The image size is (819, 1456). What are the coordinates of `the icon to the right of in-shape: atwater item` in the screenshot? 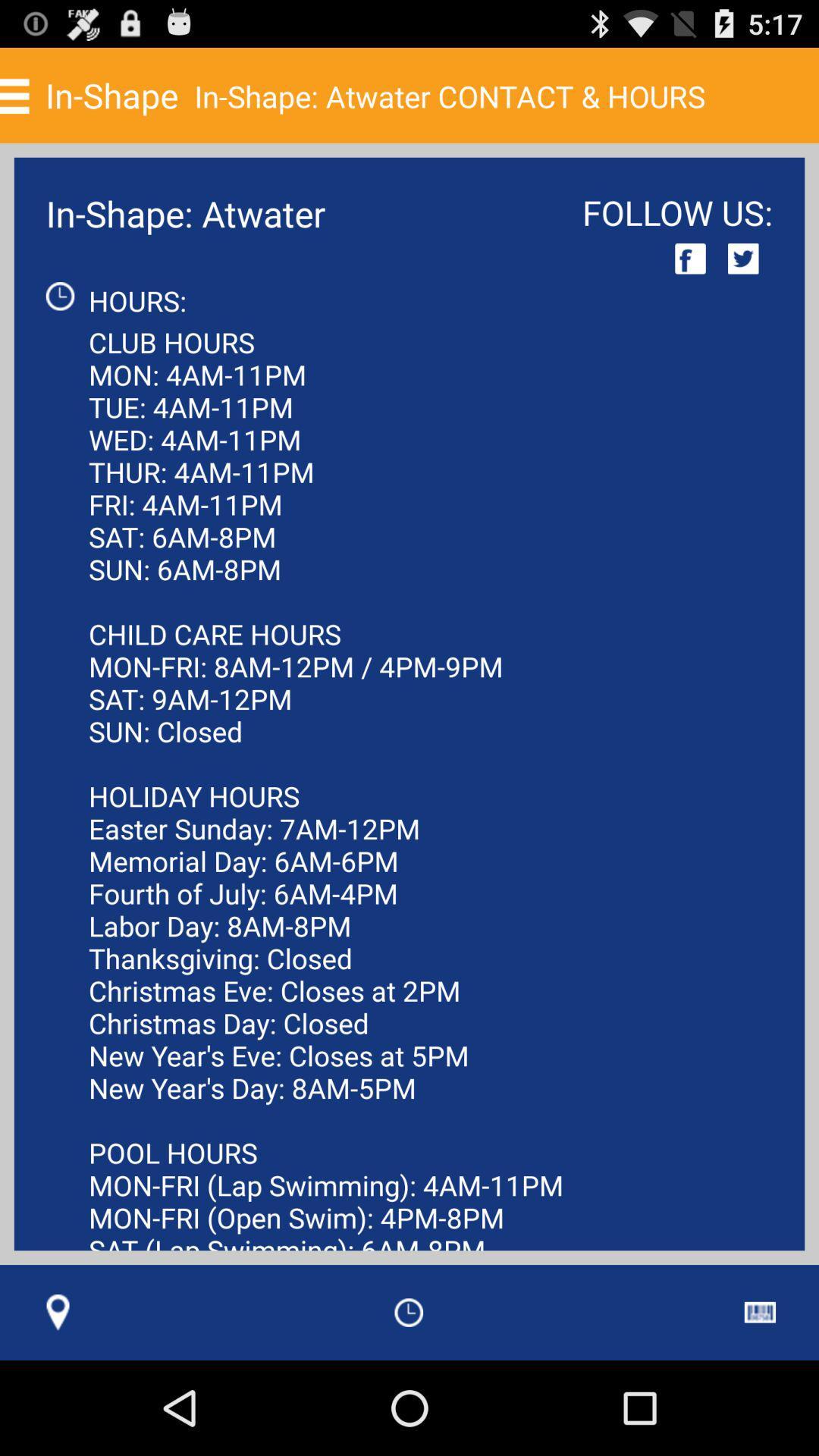 It's located at (690, 259).